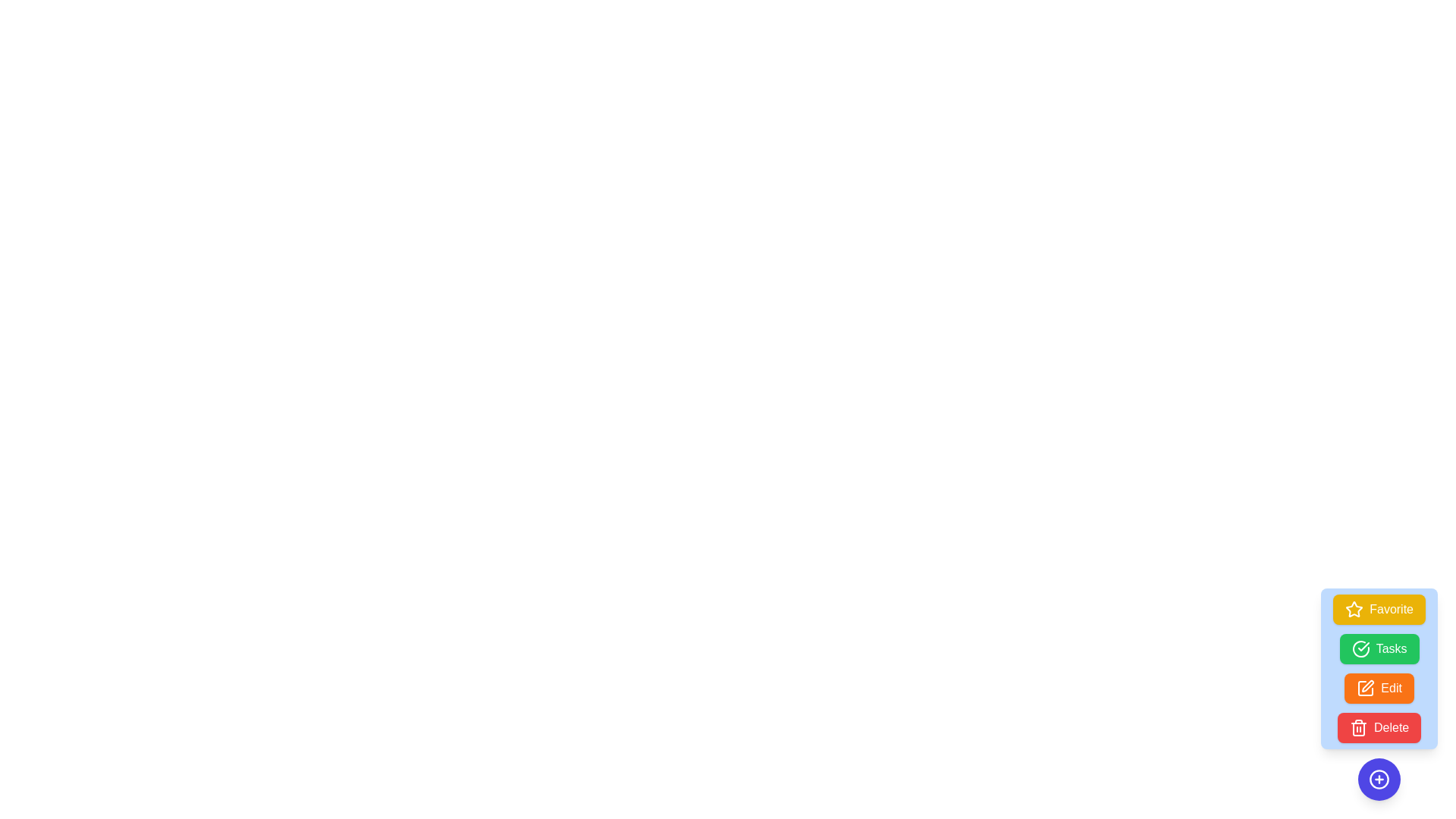 The width and height of the screenshot is (1456, 819). I want to click on the orange 'Edit' button with white text and a pen icon, so click(1379, 688).